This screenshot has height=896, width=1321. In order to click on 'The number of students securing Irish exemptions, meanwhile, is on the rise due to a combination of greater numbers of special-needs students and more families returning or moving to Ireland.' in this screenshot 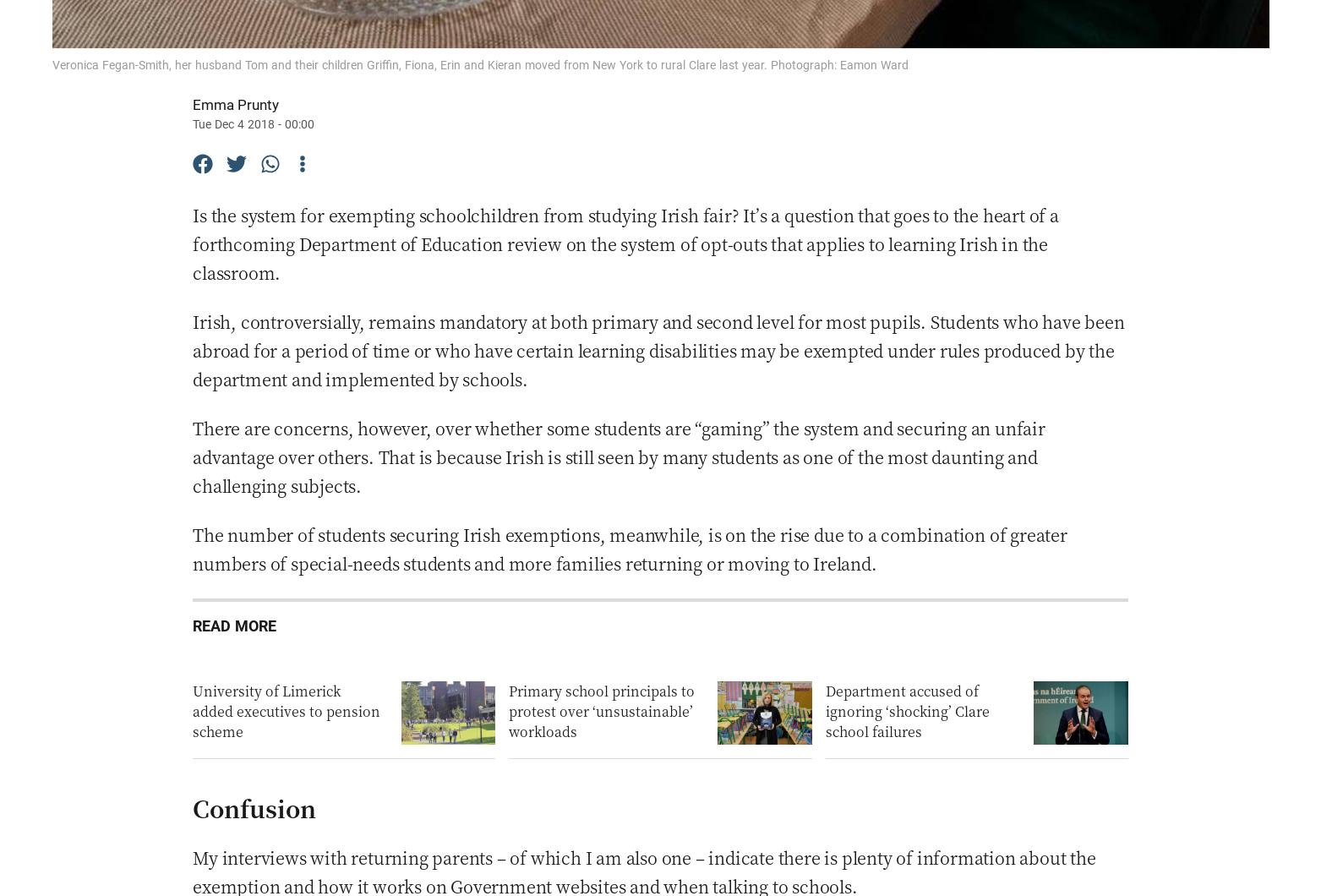, I will do `click(629, 549)`.